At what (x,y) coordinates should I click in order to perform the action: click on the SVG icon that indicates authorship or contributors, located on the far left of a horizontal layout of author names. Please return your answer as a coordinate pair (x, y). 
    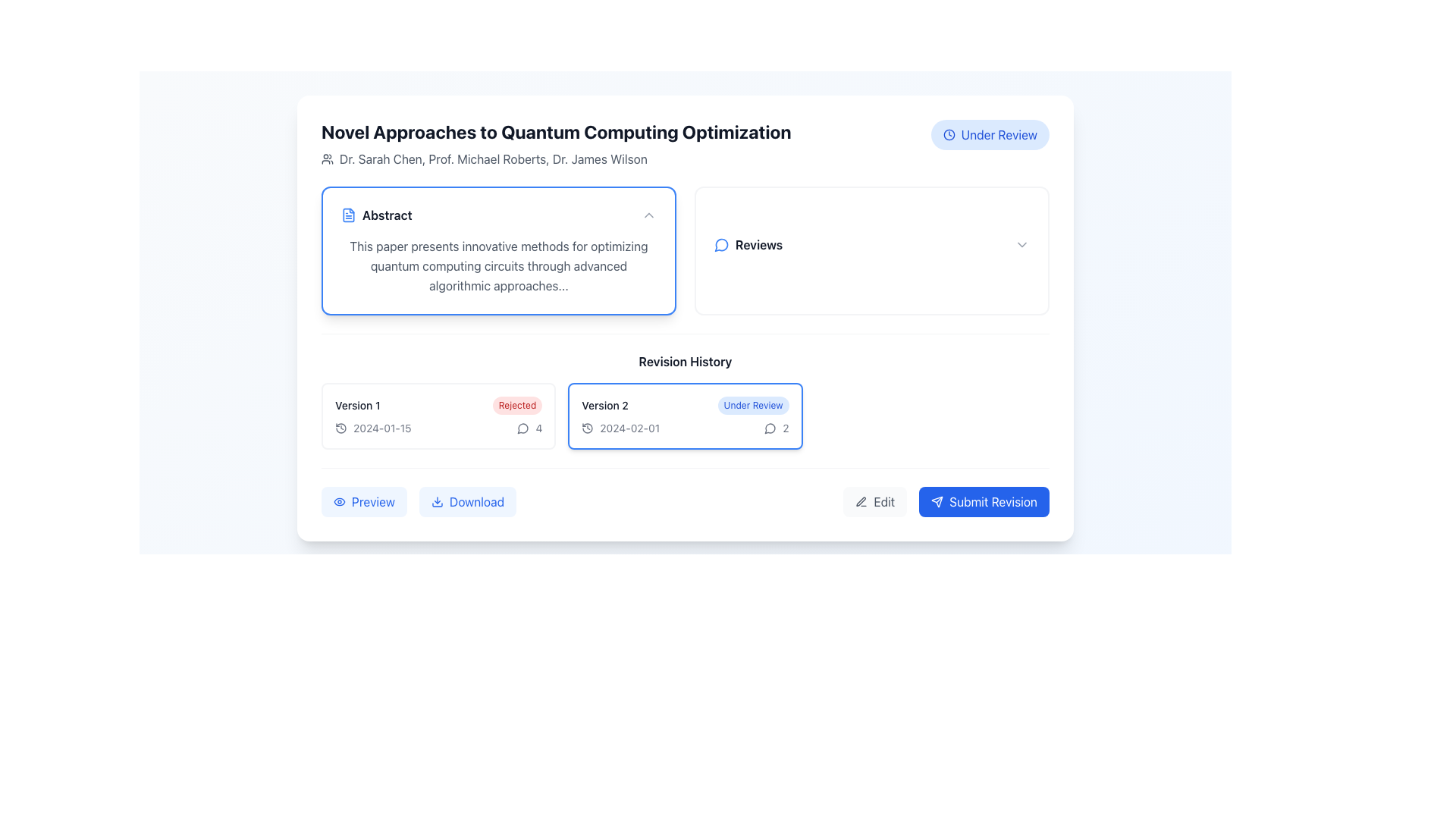
    Looking at the image, I should click on (327, 158).